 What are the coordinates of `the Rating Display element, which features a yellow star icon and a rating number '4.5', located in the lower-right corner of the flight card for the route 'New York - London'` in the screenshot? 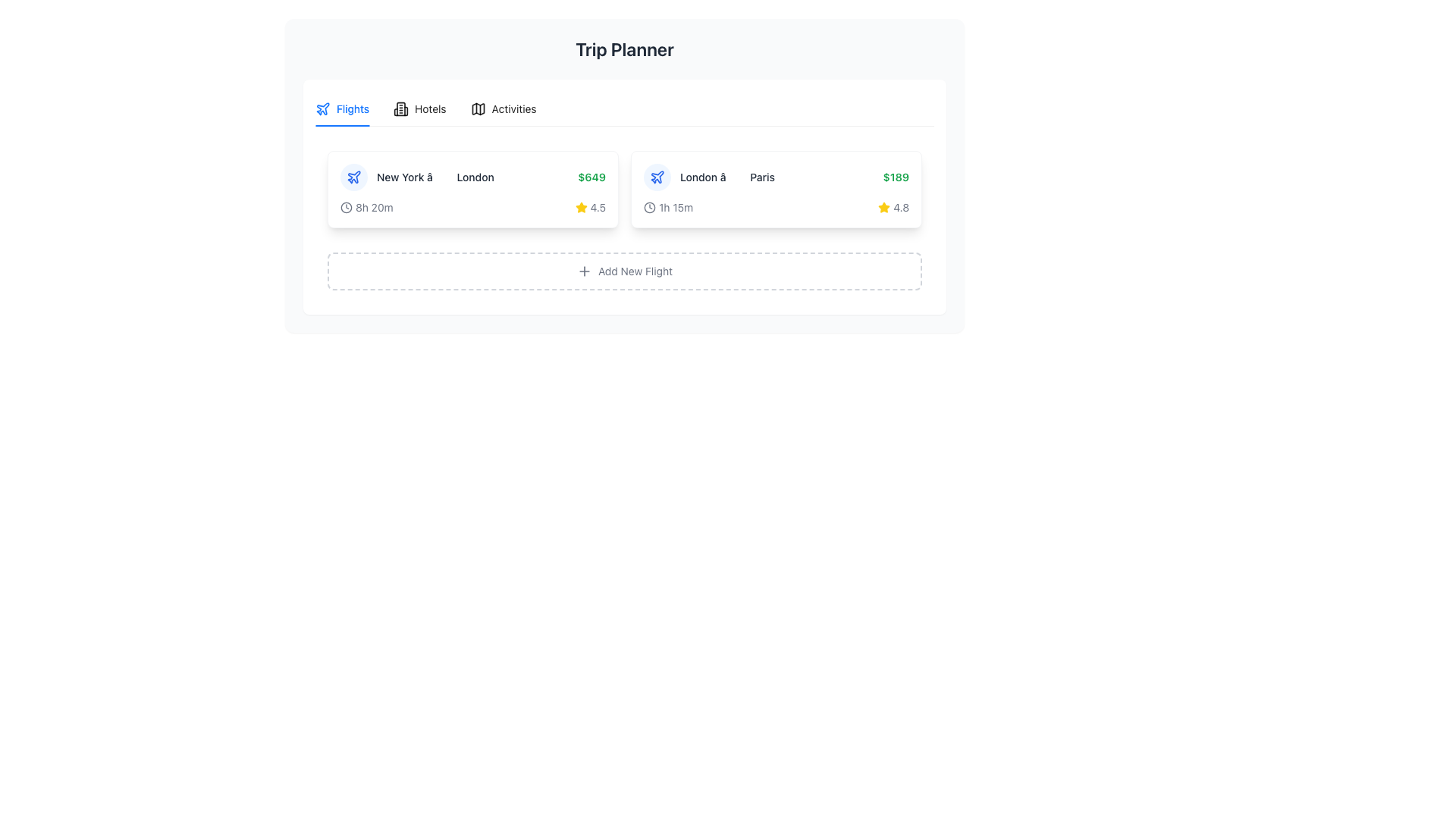 It's located at (589, 207).